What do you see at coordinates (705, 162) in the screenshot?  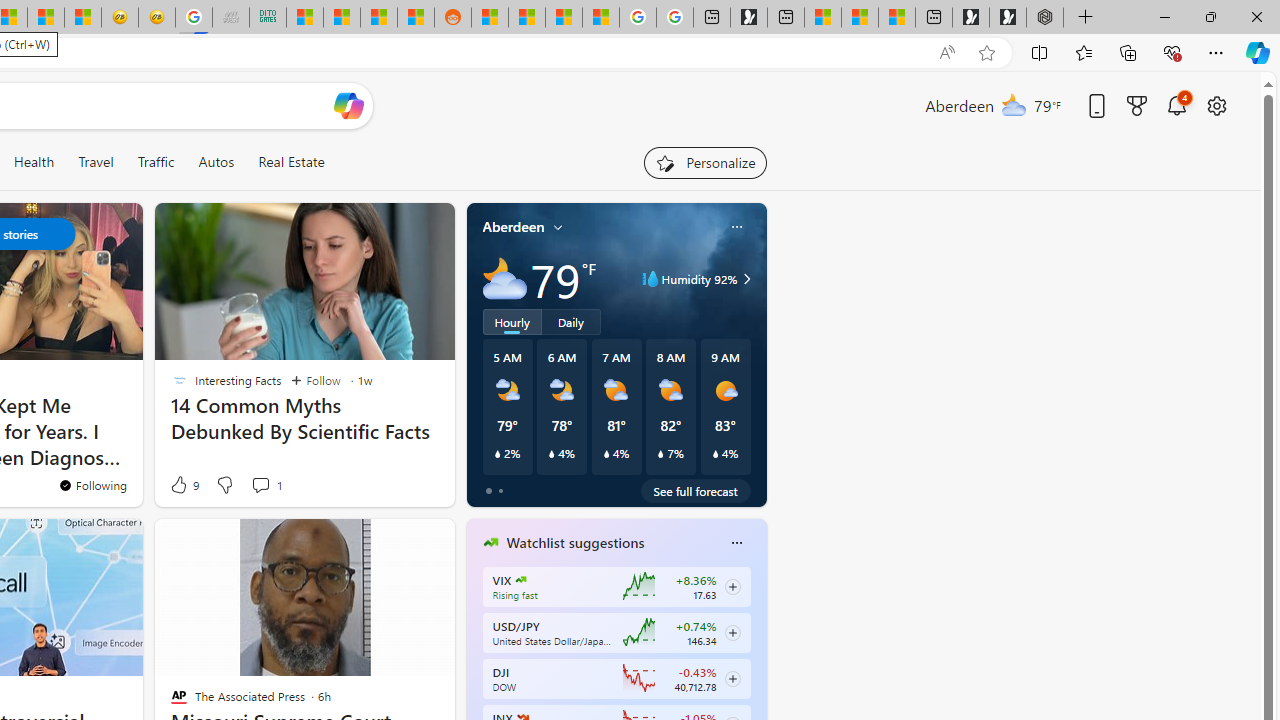 I see `'Personalize your feed"'` at bounding box center [705, 162].